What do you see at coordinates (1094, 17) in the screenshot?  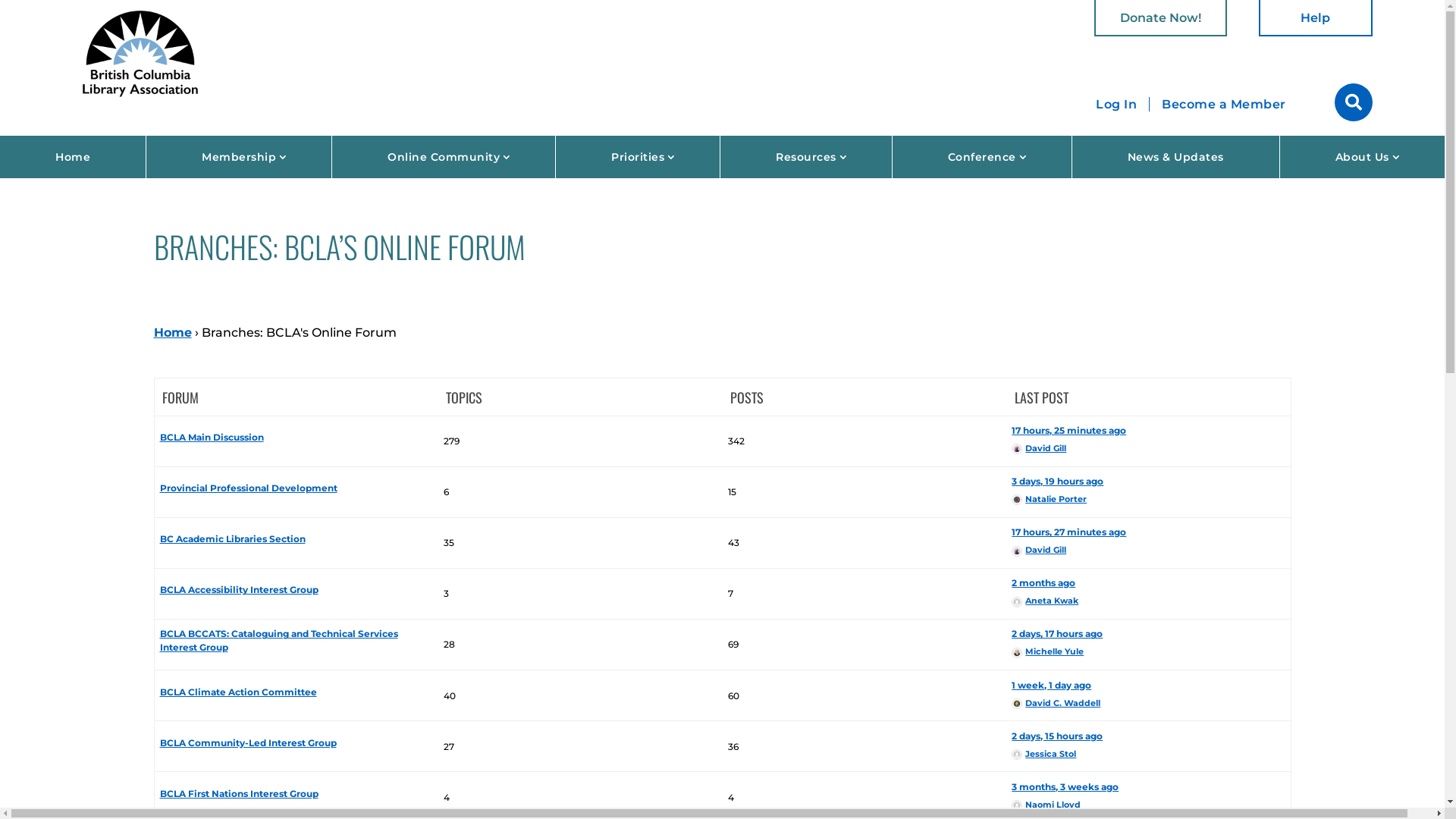 I see `'Donate Now!'` at bounding box center [1094, 17].